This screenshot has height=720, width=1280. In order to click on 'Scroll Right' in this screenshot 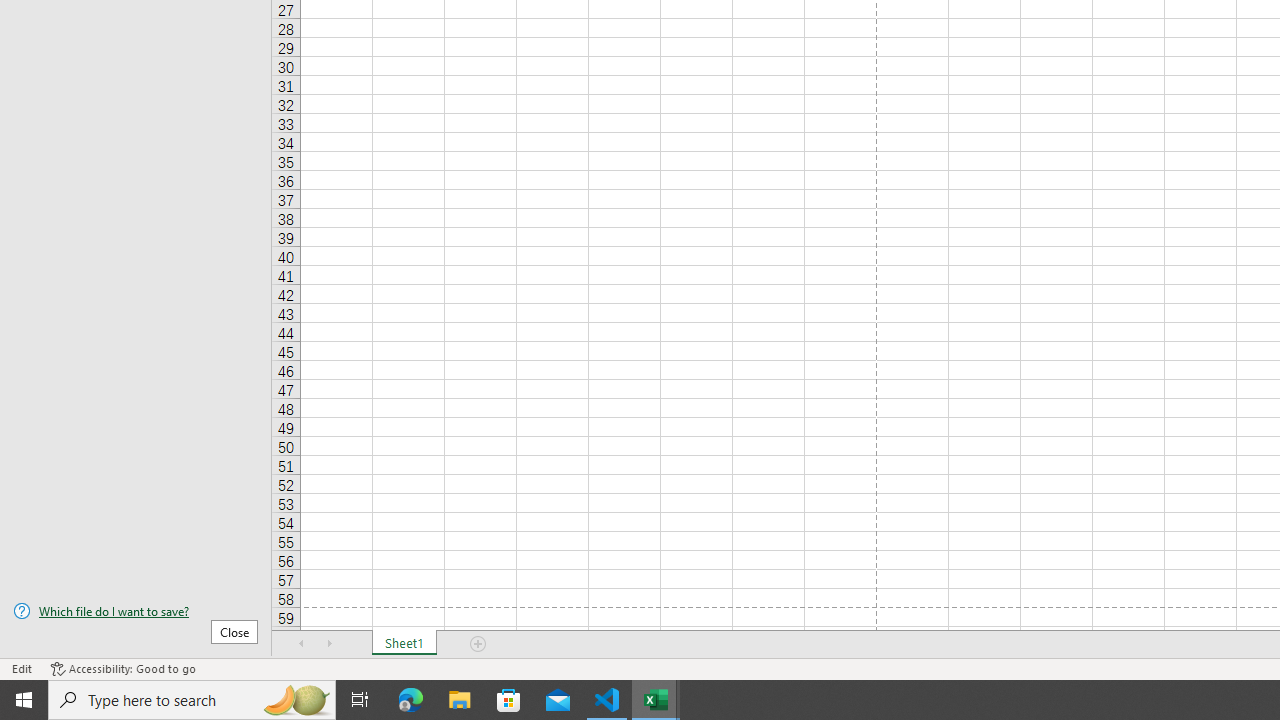, I will do `click(330, 644)`.